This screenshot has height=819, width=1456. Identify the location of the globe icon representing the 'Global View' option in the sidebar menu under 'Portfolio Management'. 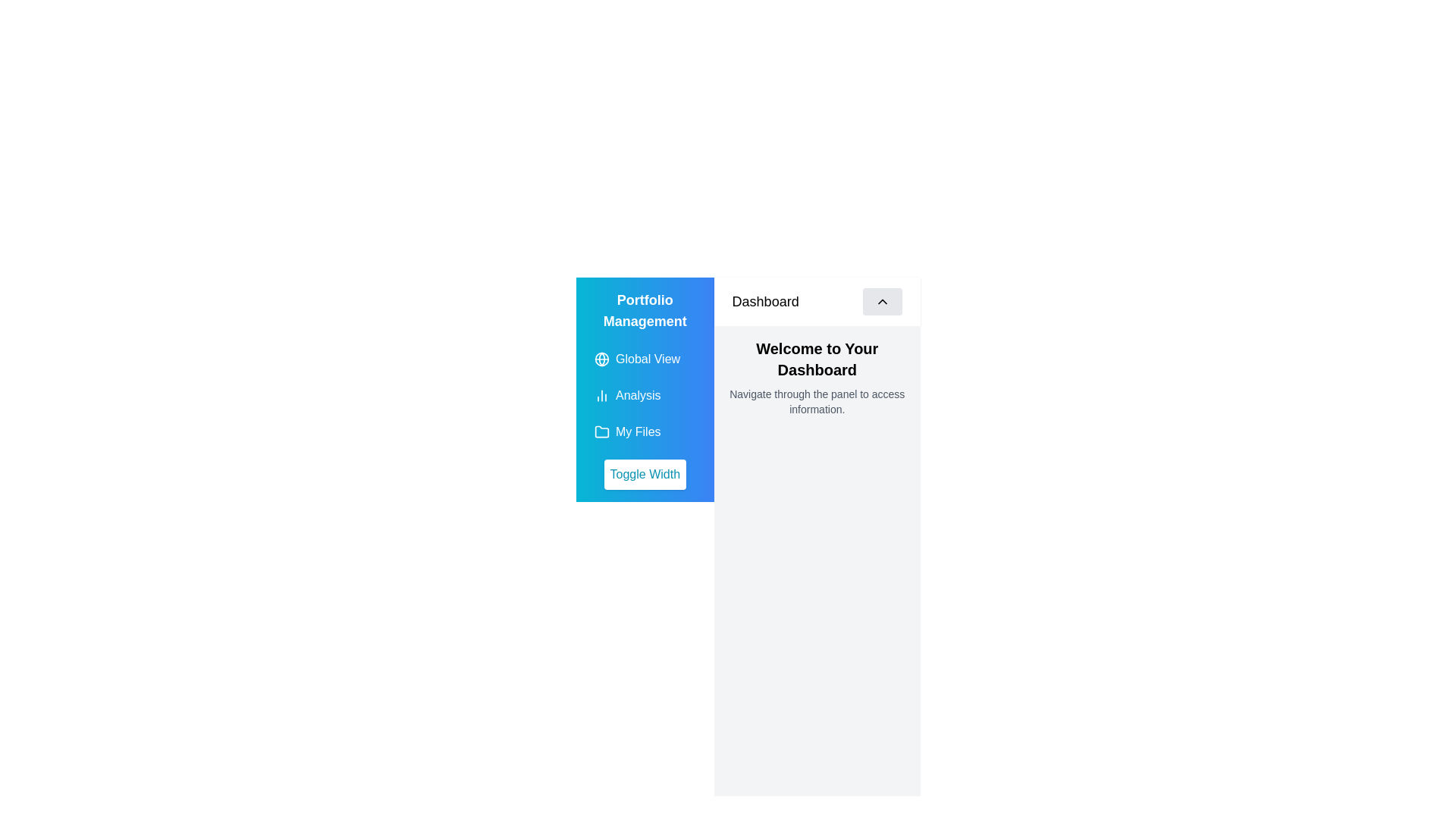
(601, 359).